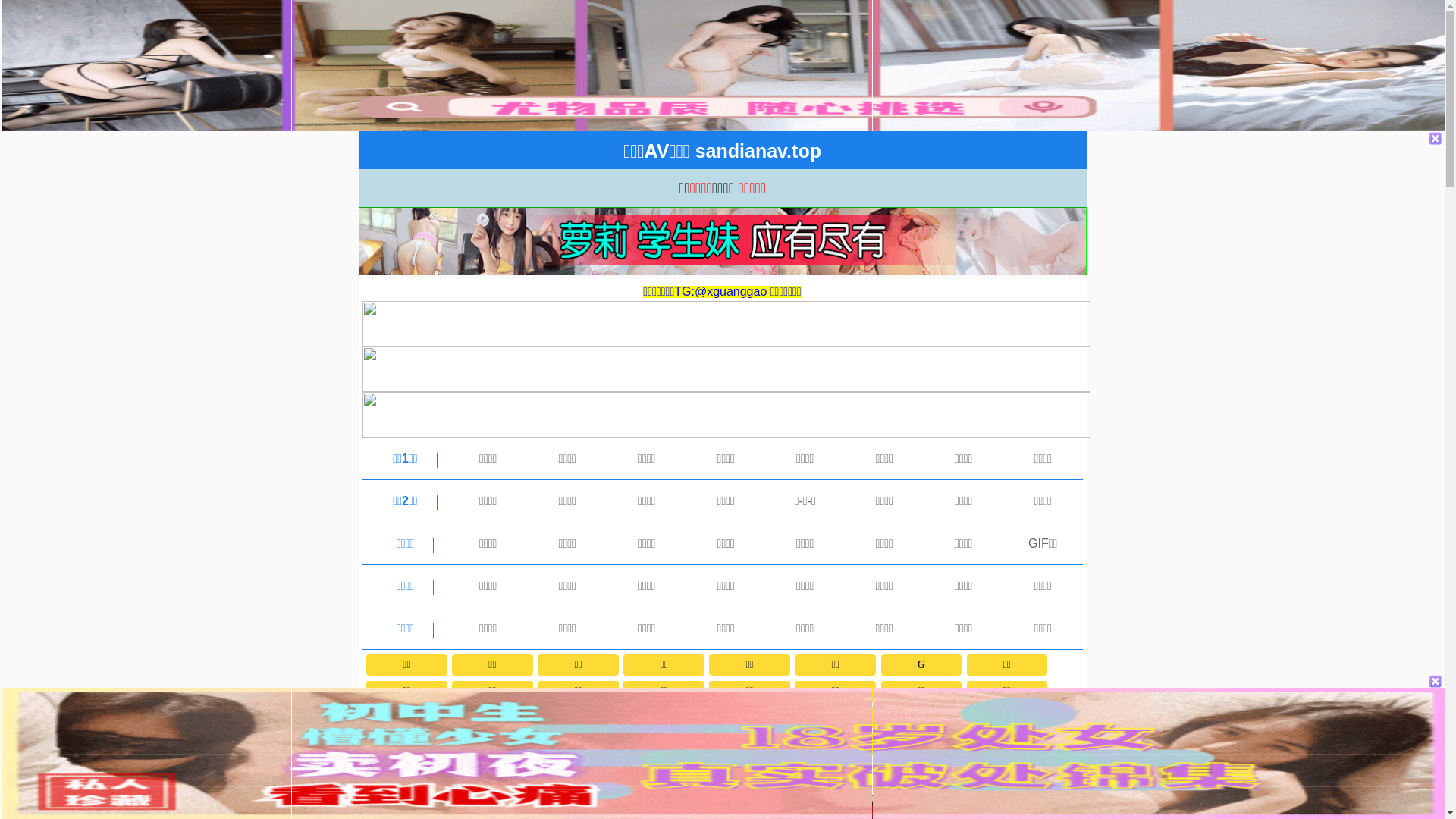  I want to click on 'G', so click(920, 664).